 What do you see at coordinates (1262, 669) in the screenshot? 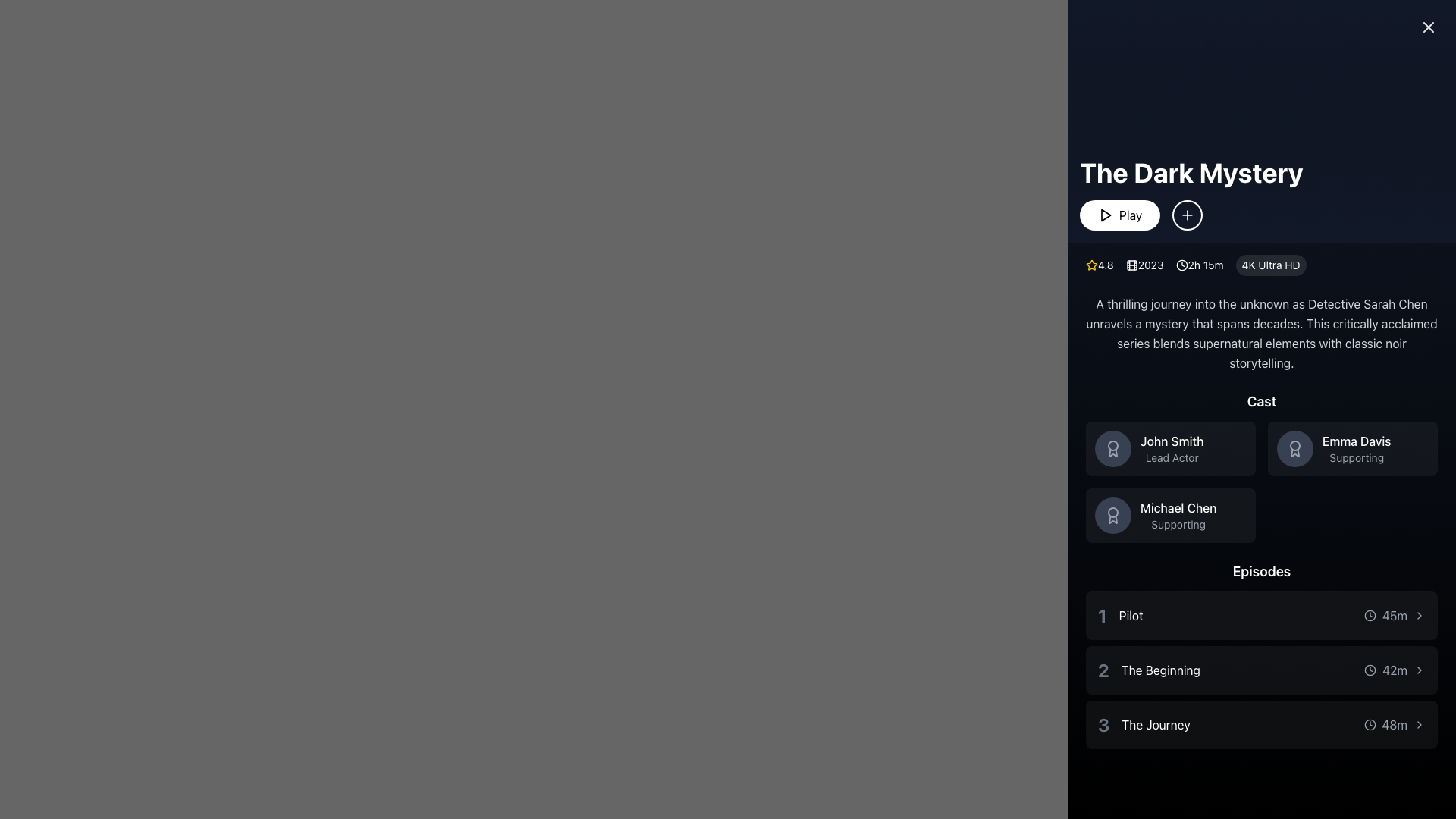
I see `the second list item representing an episode, which is located under the 'Episodes' section` at bounding box center [1262, 669].